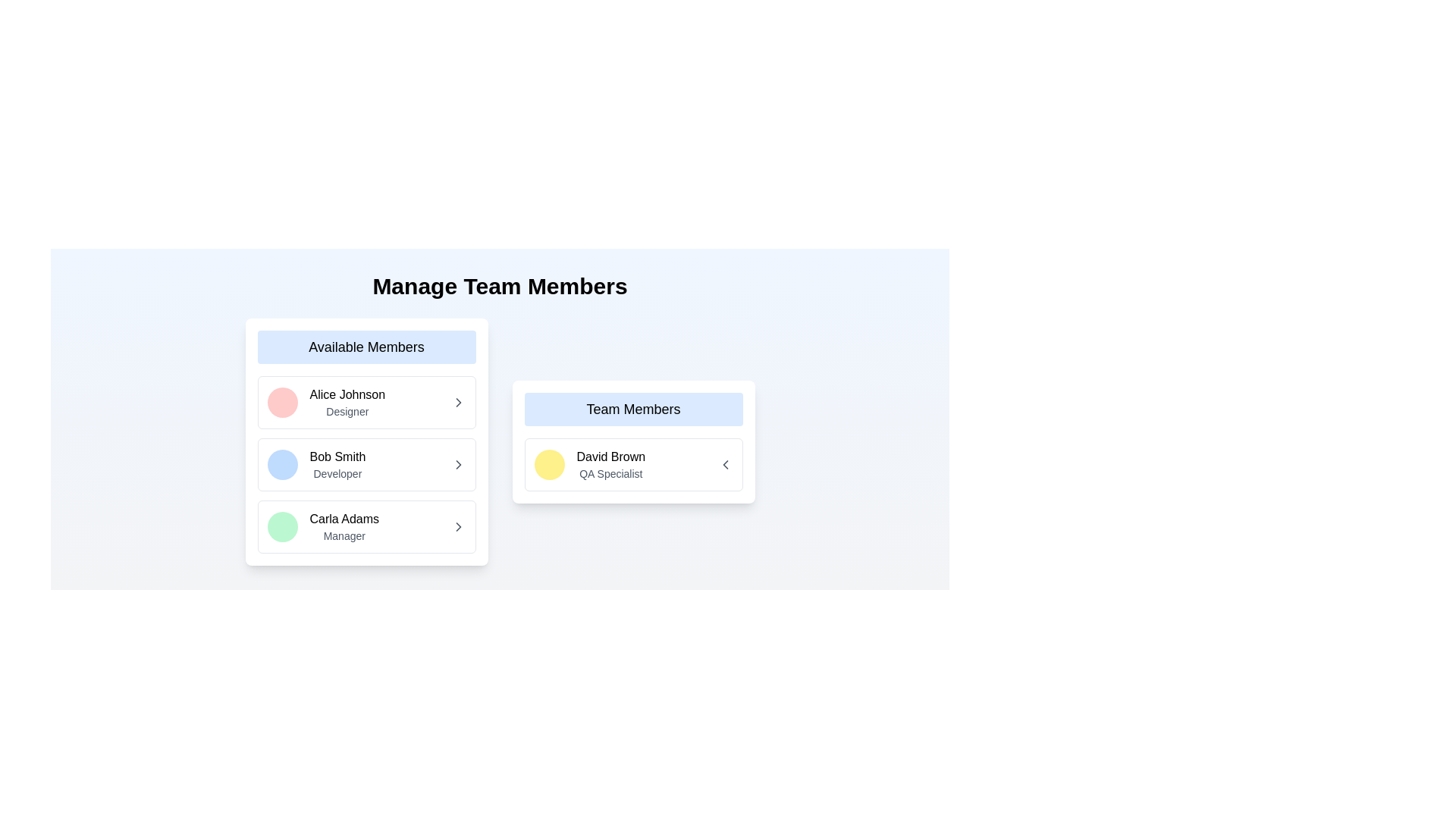 The image size is (1456, 819). What do you see at coordinates (724, 464) in the screenshot?
I see `the button located on the far right side of the group for member 'David Brown', adjacent to 'QA Specialist'` at bounding box center [724, 464].